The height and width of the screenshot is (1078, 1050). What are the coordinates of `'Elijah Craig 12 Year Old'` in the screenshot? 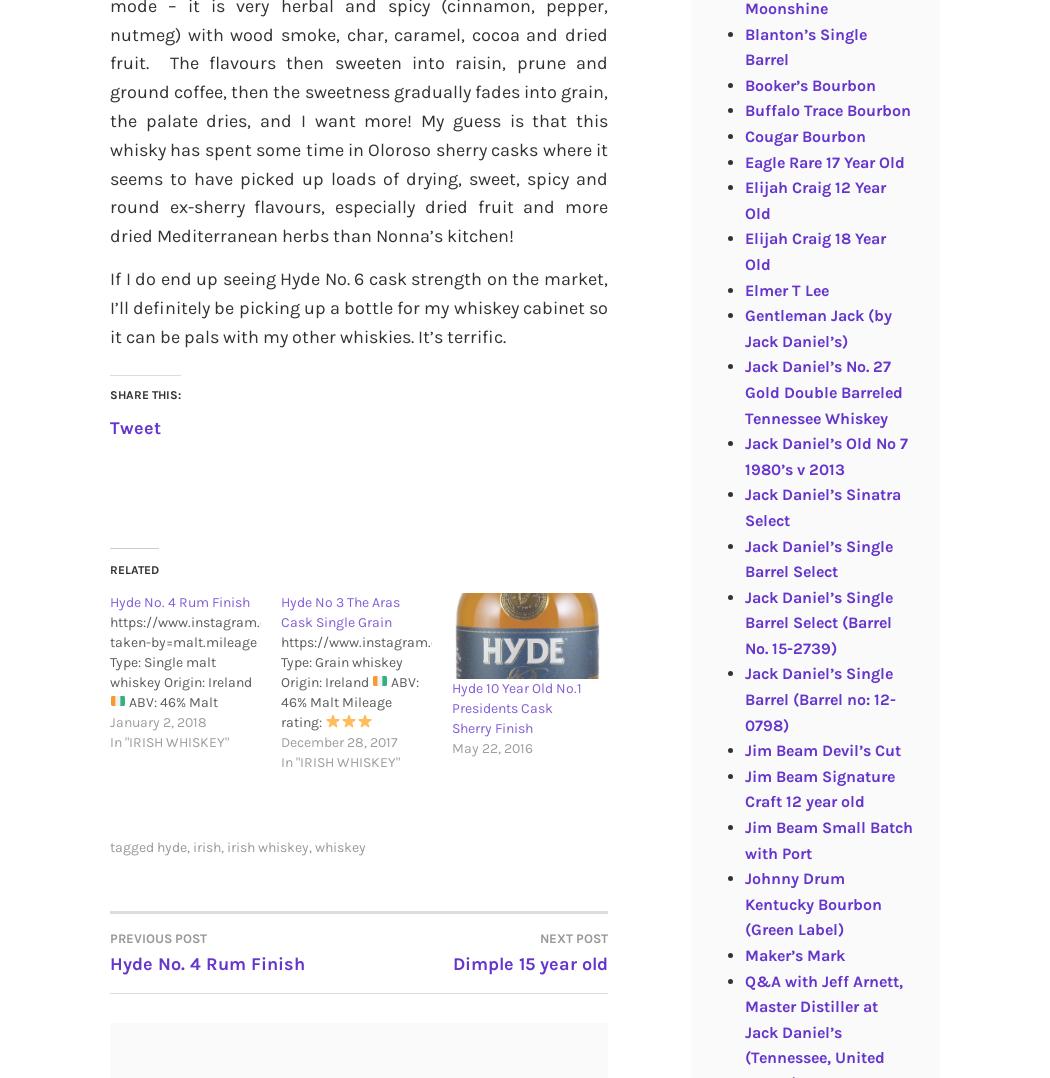 It's located at (813, 199).